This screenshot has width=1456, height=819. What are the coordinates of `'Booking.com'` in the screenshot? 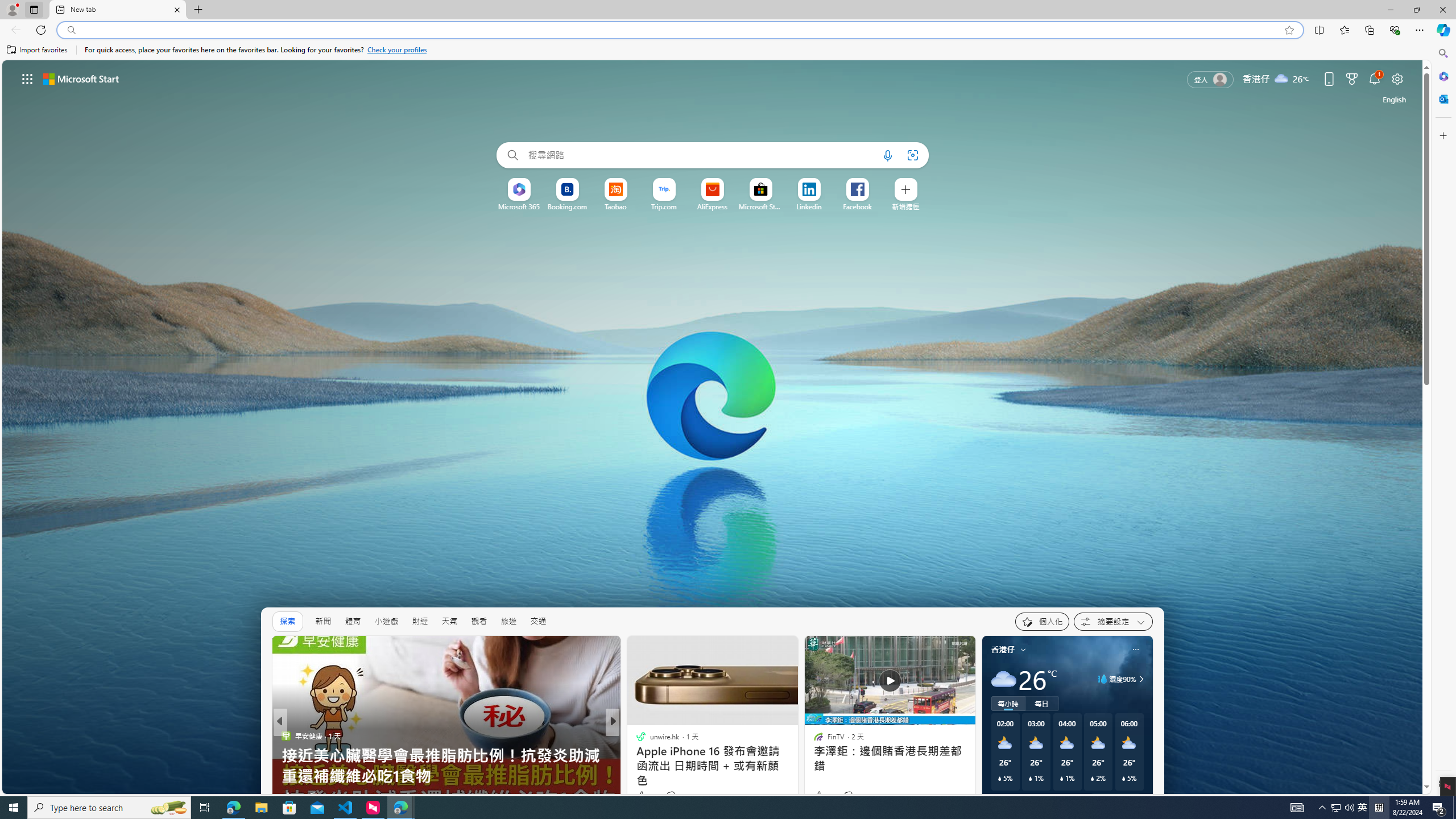 It's located at (568, 206).